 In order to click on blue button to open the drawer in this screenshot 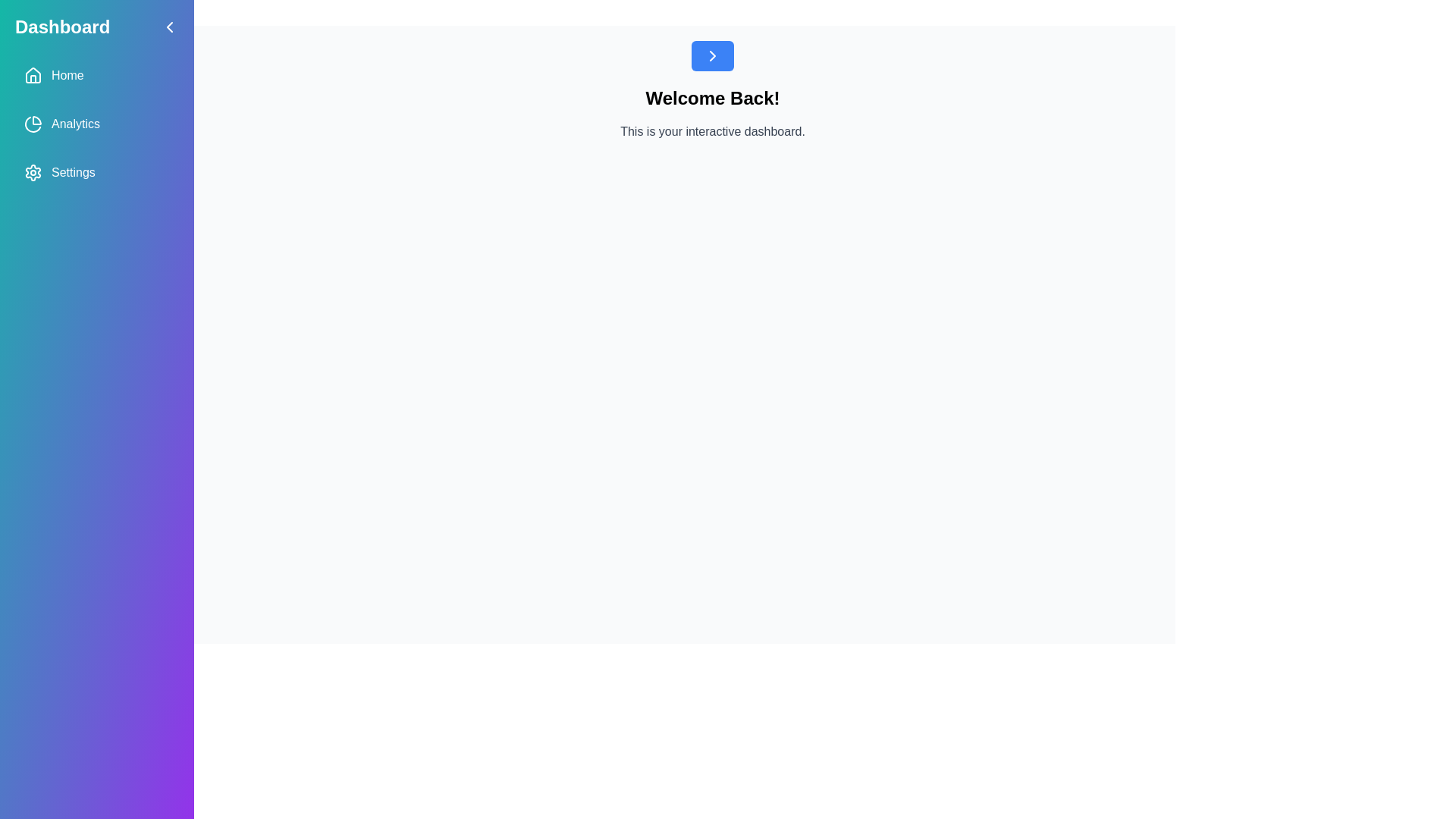, I will do `click(712, 55)`.